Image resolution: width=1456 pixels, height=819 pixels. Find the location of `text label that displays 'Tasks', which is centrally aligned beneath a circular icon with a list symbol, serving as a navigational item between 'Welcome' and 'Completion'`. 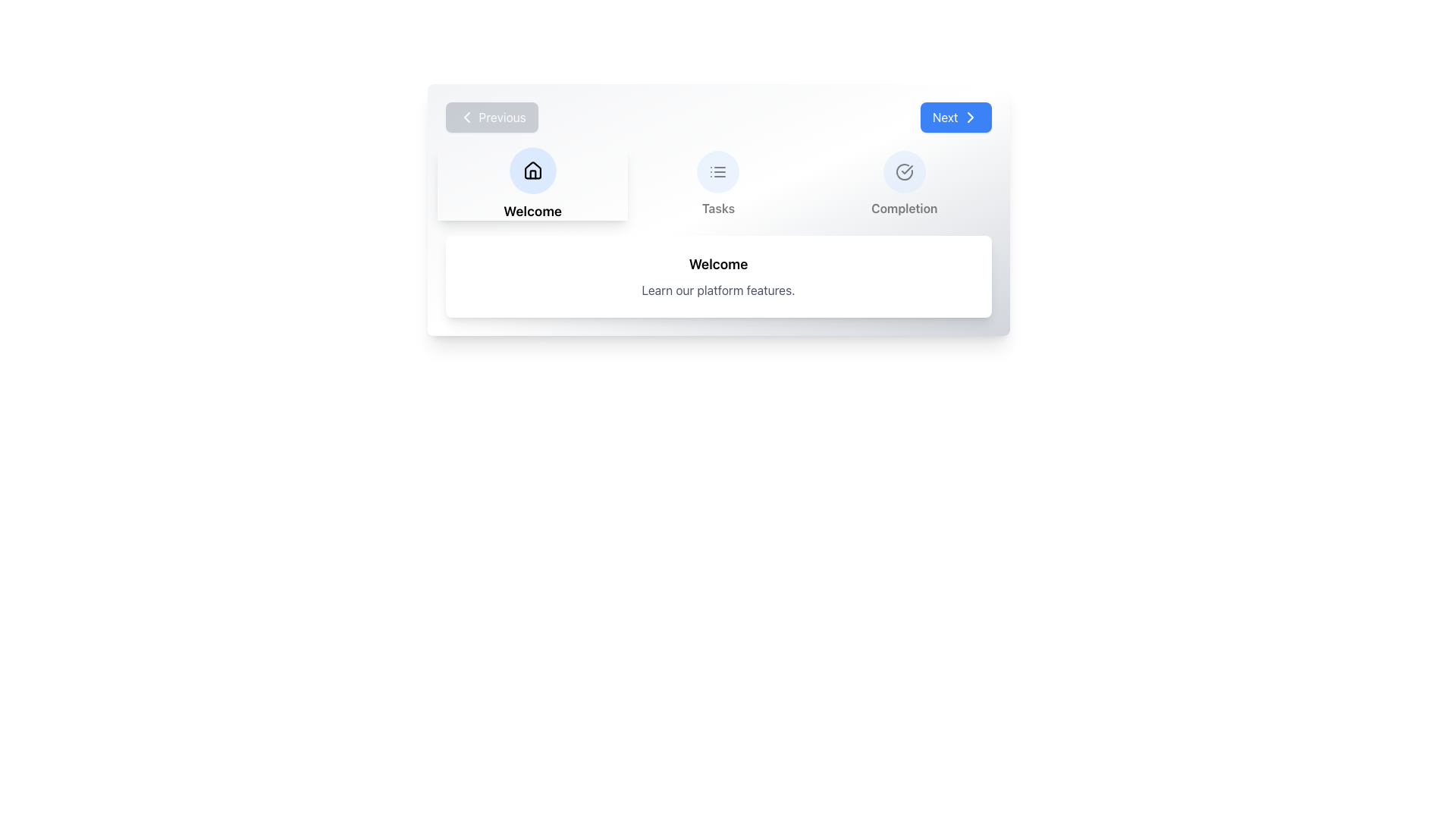

text label that displays 'Tasks', which is centrally aligned beneath a circular icon with a list symbol, serving as a navigational item between 'Welcome' and 'Completion' is located at coordinates (717, 208).